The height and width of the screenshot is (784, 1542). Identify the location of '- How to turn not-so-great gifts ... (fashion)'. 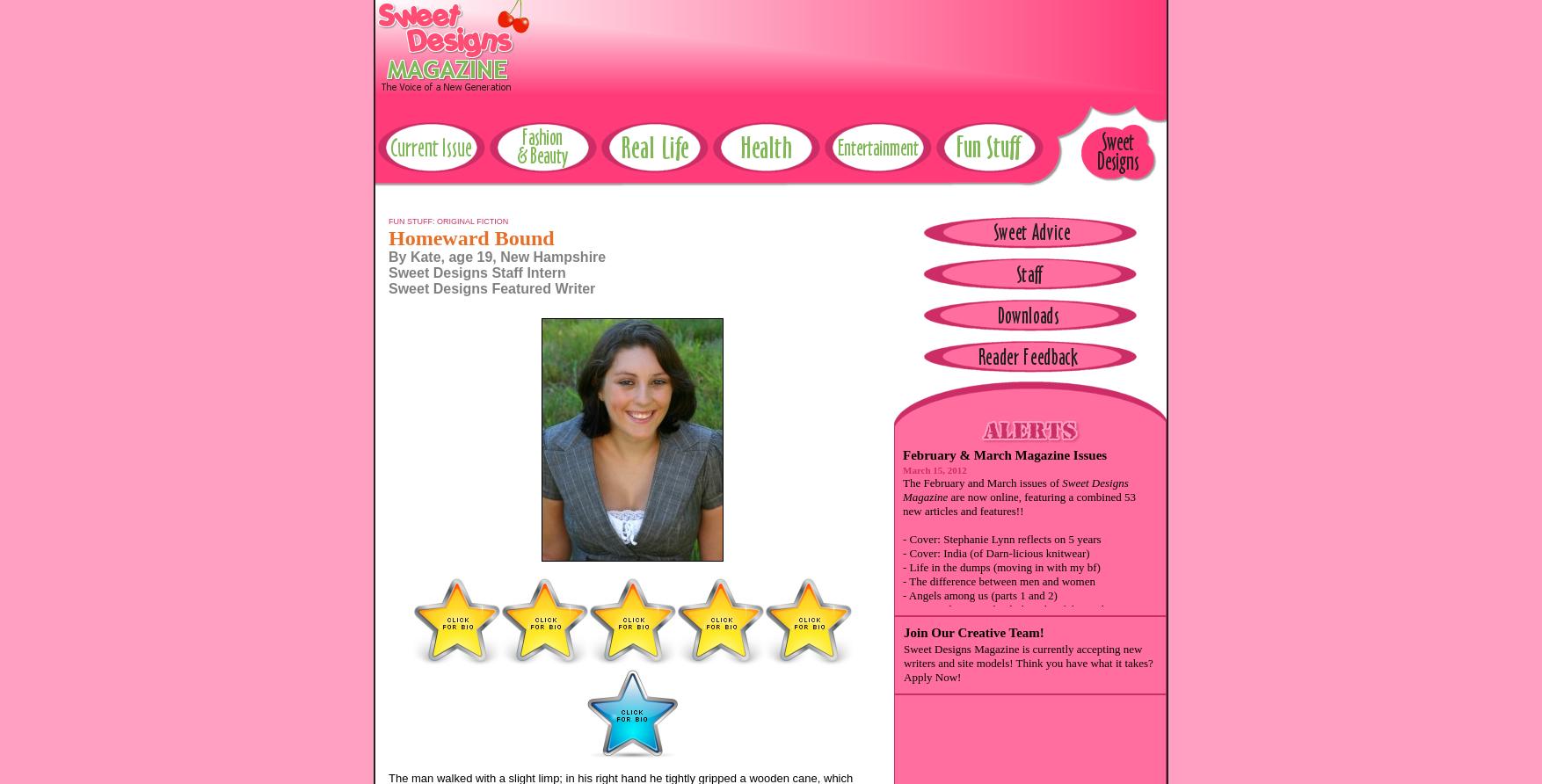
(1001, 650).